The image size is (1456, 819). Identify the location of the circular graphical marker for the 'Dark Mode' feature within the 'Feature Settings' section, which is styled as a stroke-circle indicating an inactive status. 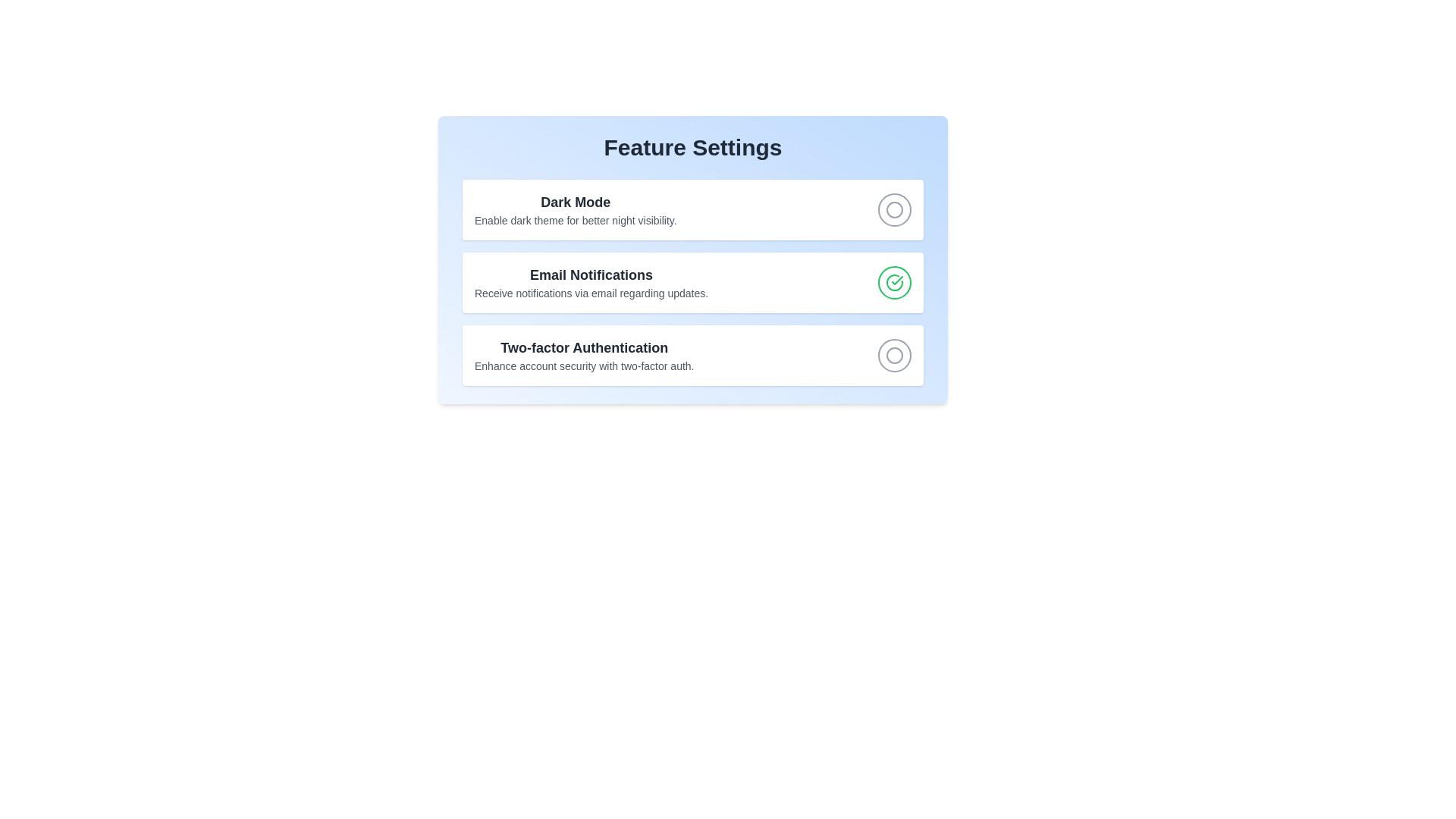
(895, 210).